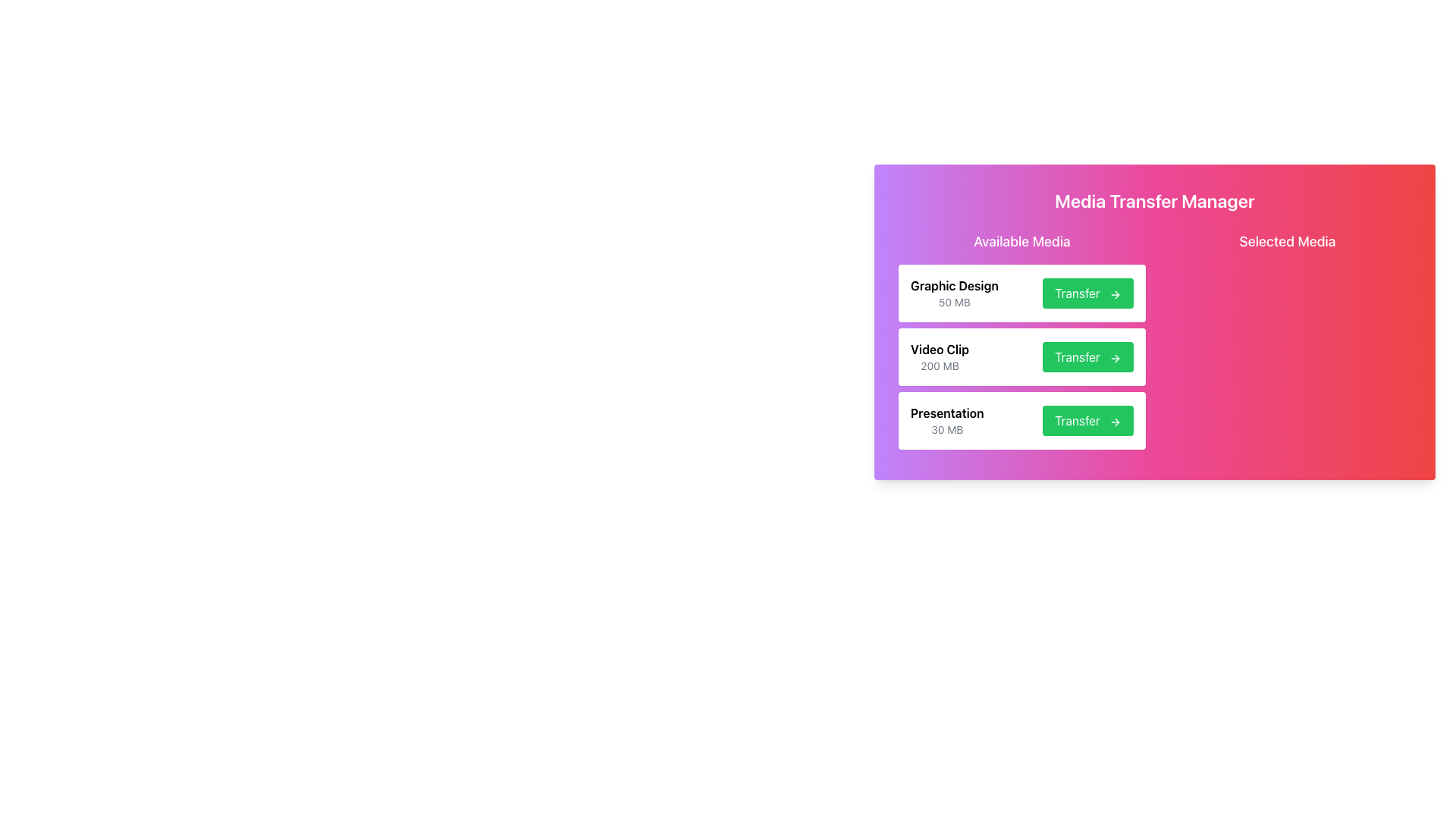 The width and height of the screenshot is (1456, 819). I want to click on the 'Presentation' transfer button located in the 'Media Transfer Manager' section, positioned in the bottom part of the right-aligned card, so click(1087, 421).